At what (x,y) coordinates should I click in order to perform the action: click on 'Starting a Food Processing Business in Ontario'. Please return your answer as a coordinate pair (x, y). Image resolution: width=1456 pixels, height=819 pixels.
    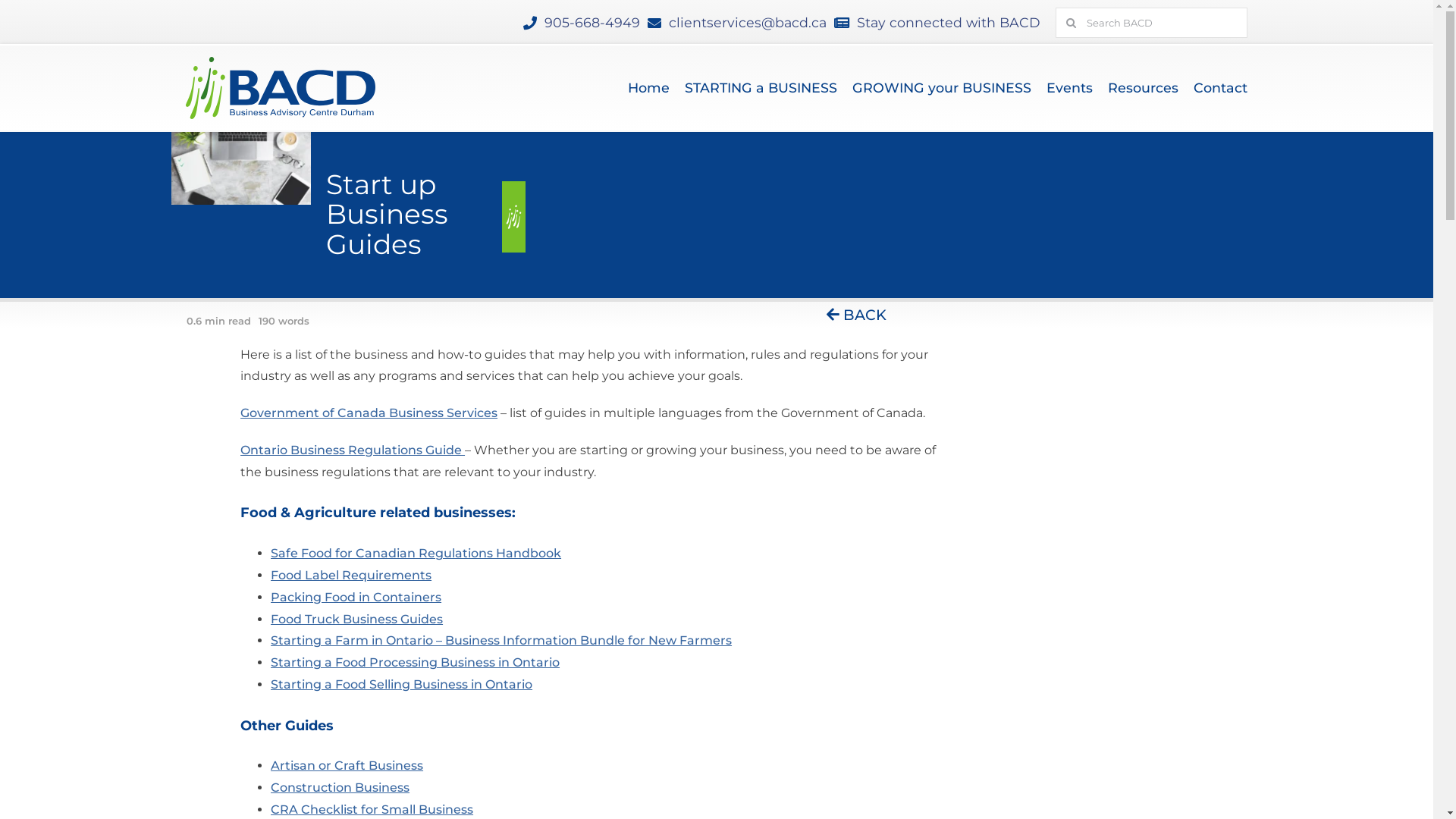
    Looking at the image, I should click on (415, 661).